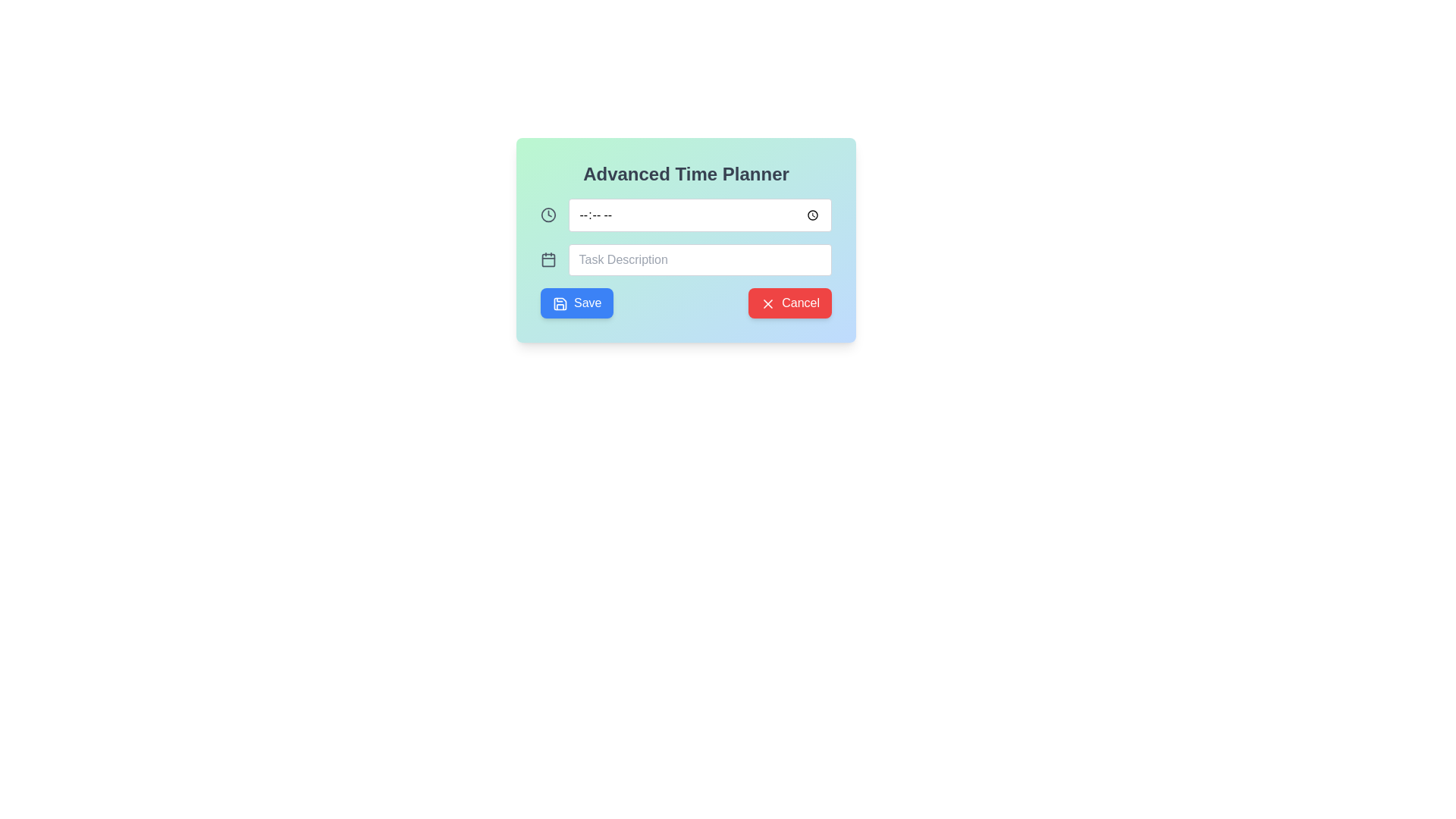 Image resolution: width=1456 pixels, height=819 pixels. Describe the element at coordinates (548, 259) in the screenshot. I see `the decorative or functional calendar icon located to the left of the 'Task Description' text input field` at that location.